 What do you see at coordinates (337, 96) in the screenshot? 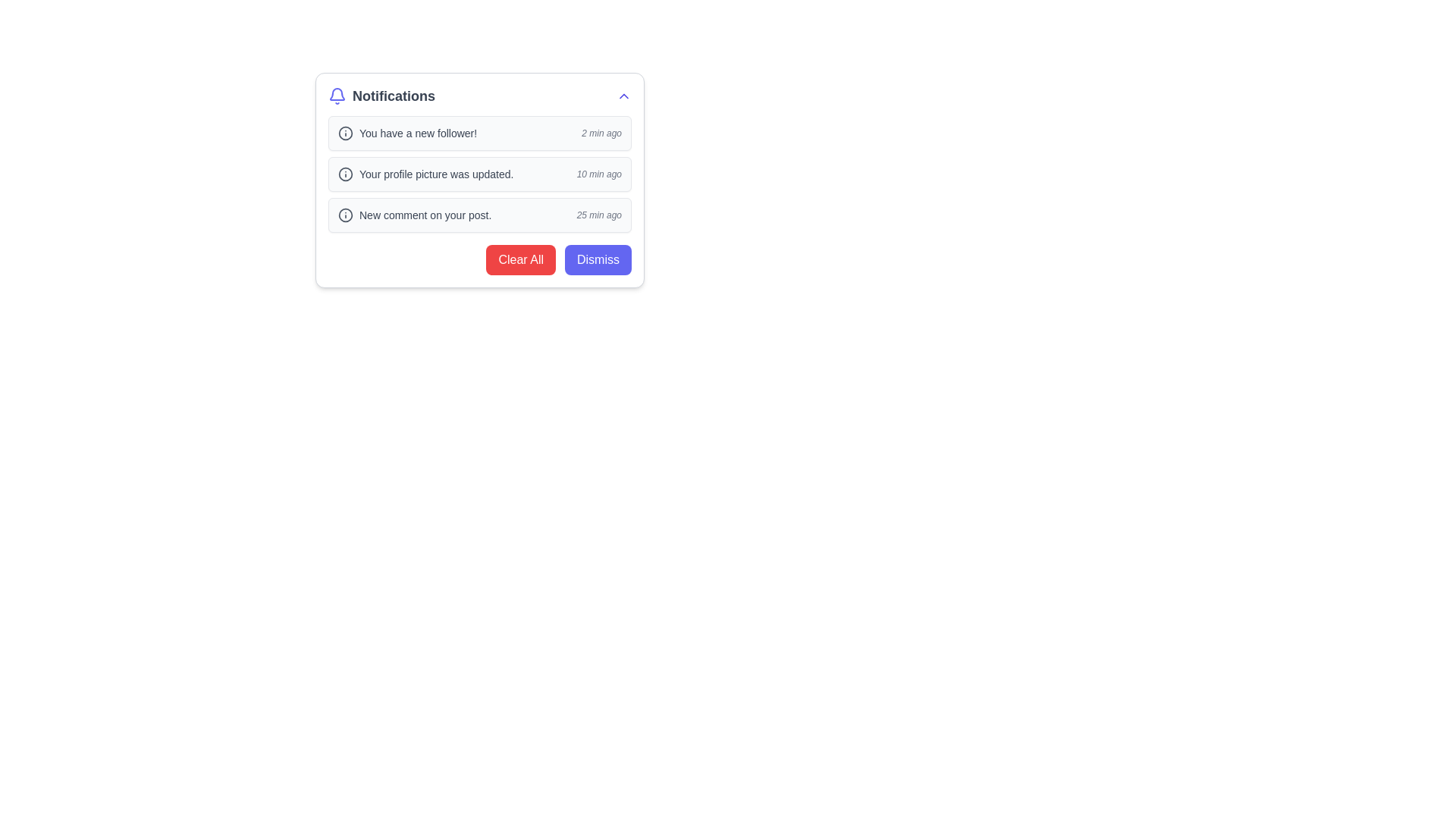
I see `the bell icon with rounded edges and dark indigo color, located to the left of the 'Notifications' text label in the notification panel` at bounding box center [337, 96].